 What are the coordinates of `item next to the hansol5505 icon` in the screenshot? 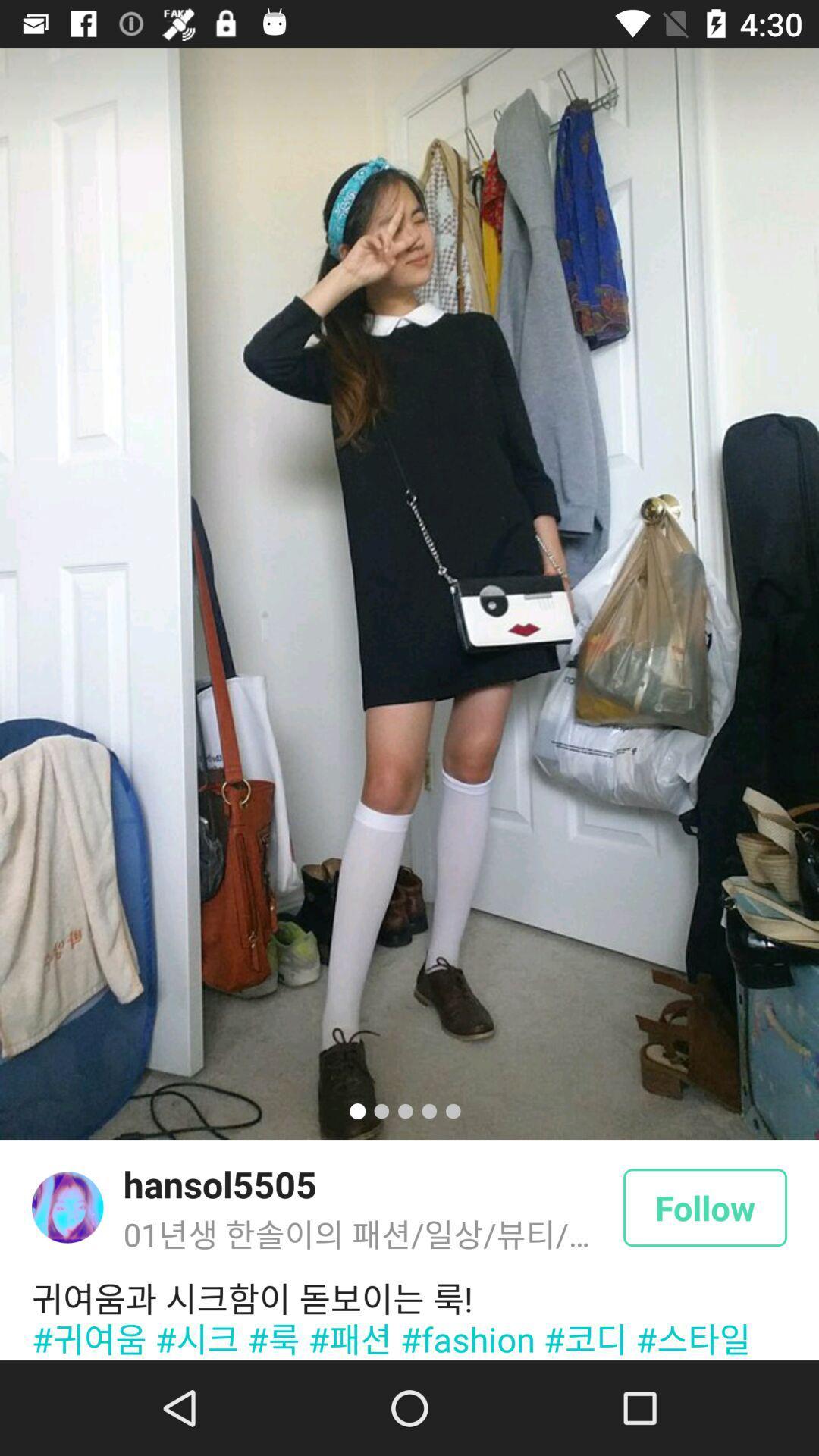 It's located at (67, 1207).